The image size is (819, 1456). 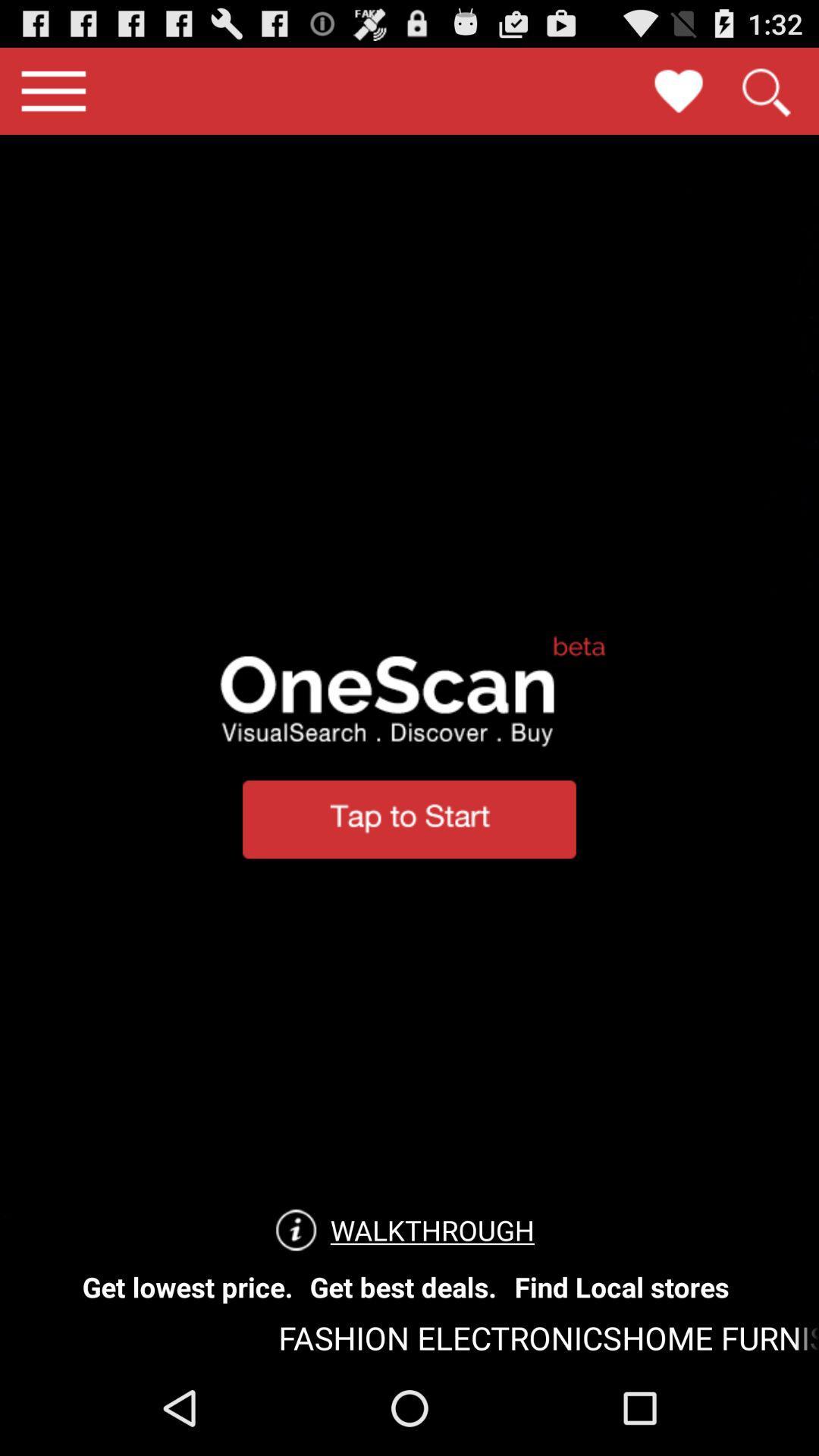 What do you see at coordinates (678, 90) in the screenshot?
I see `like` at bounding box center [678, 90].